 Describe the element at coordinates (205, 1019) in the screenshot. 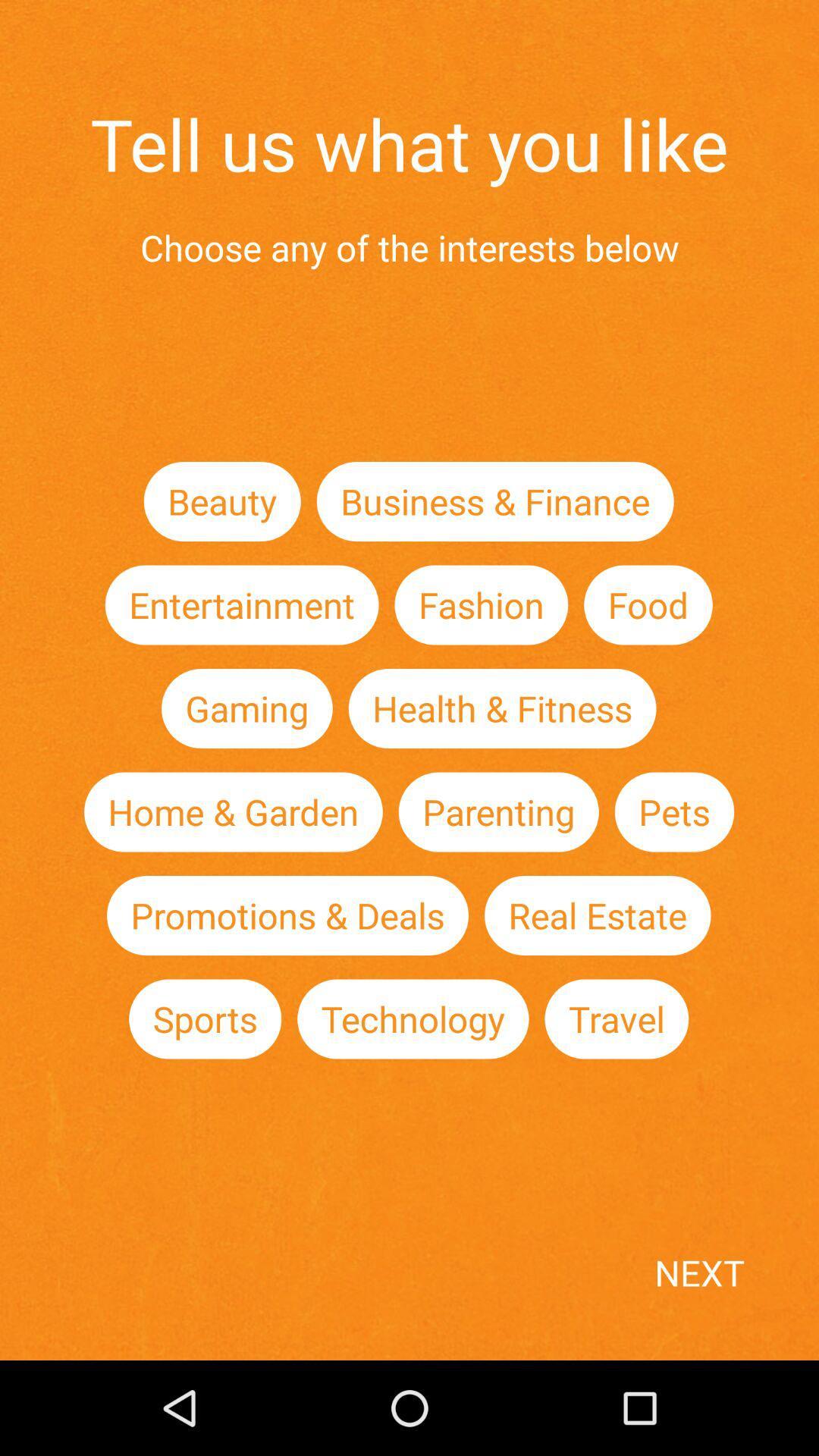

I see `sports` at that location.